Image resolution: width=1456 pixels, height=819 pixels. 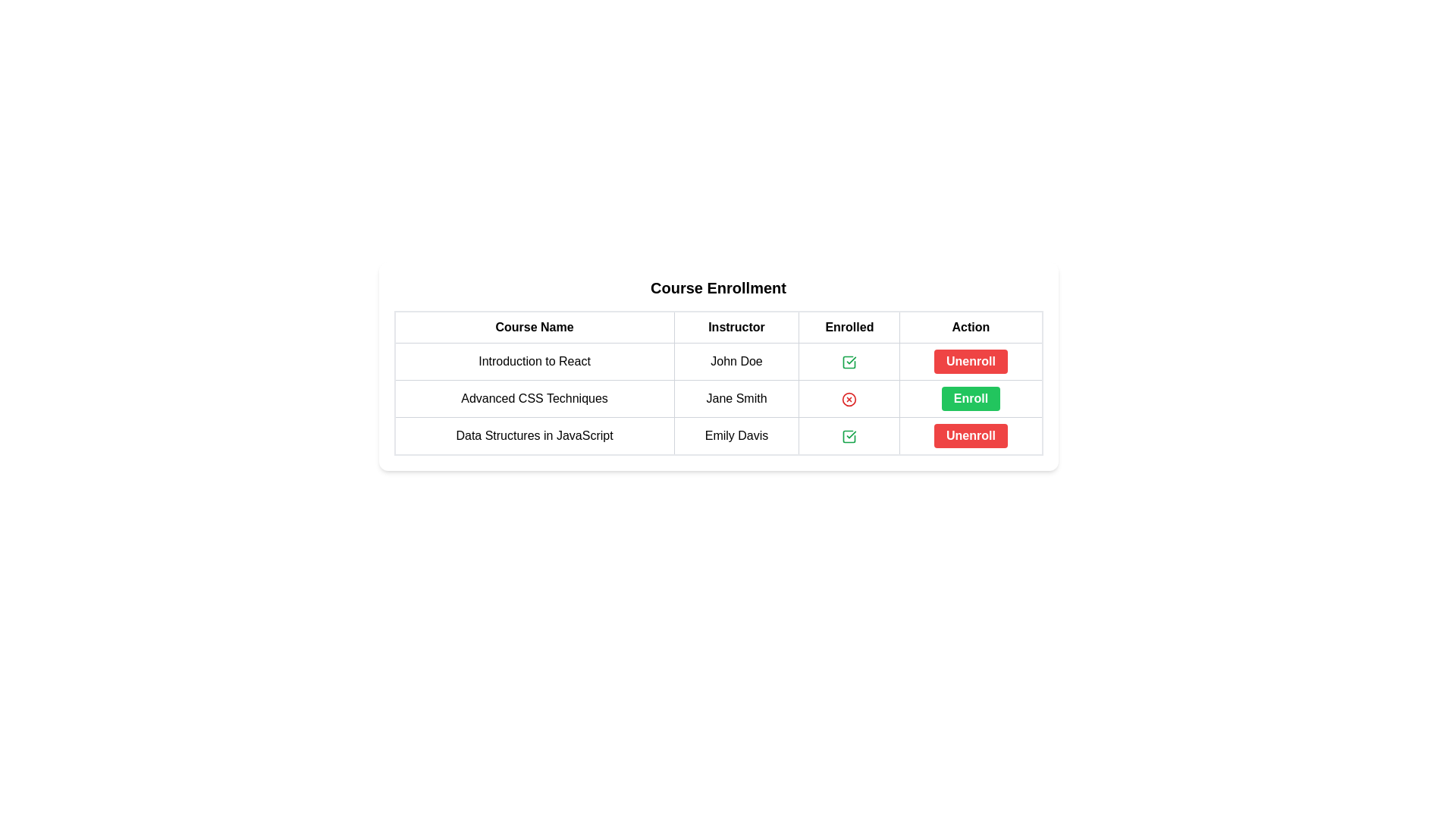 I want to click on the text label displaying 'Introduction, so click(x=534, y=362).